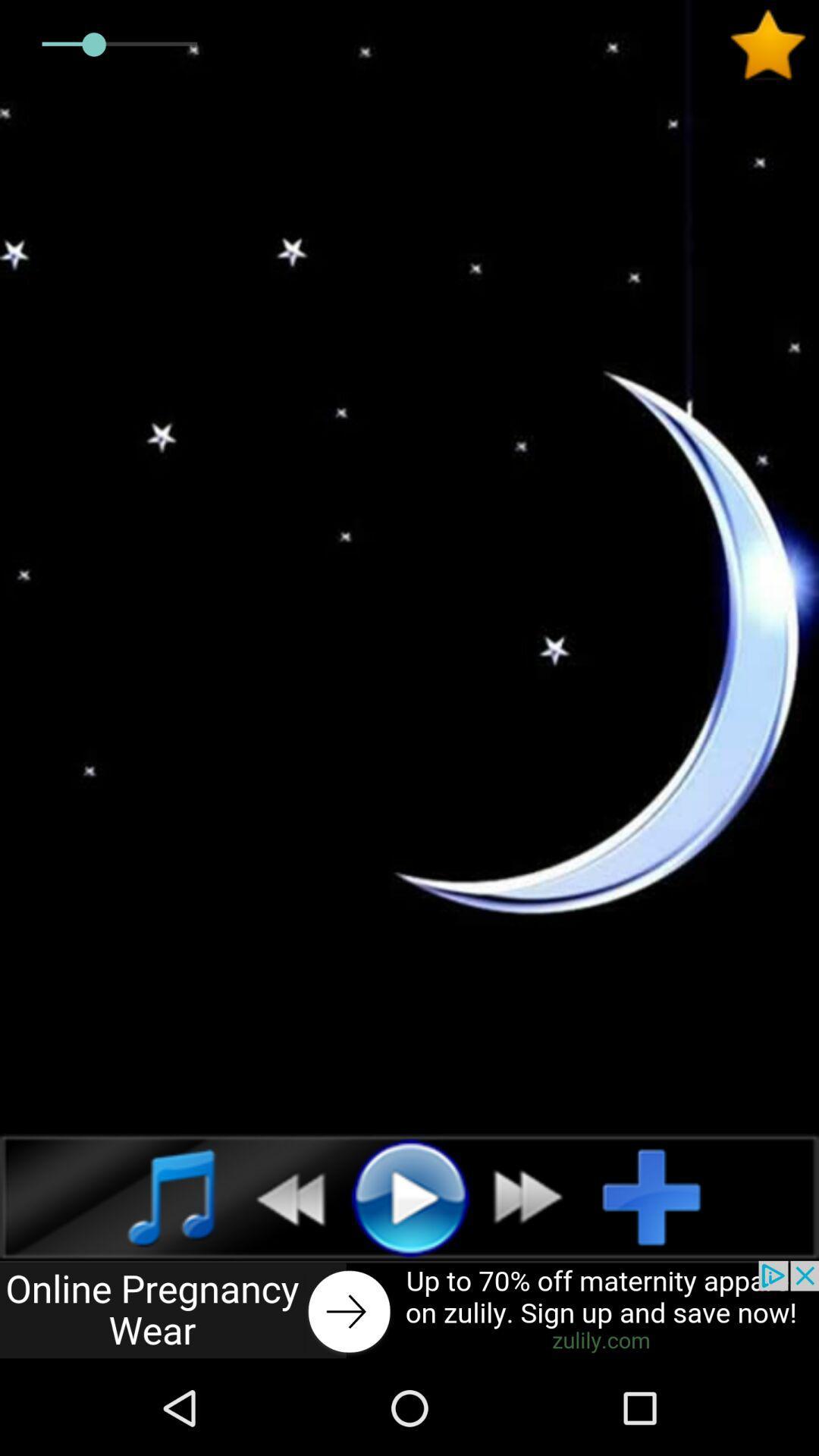 The width and height of the screenshot is (819, 1456). I want to click on the add icon, so click(663, 1196).